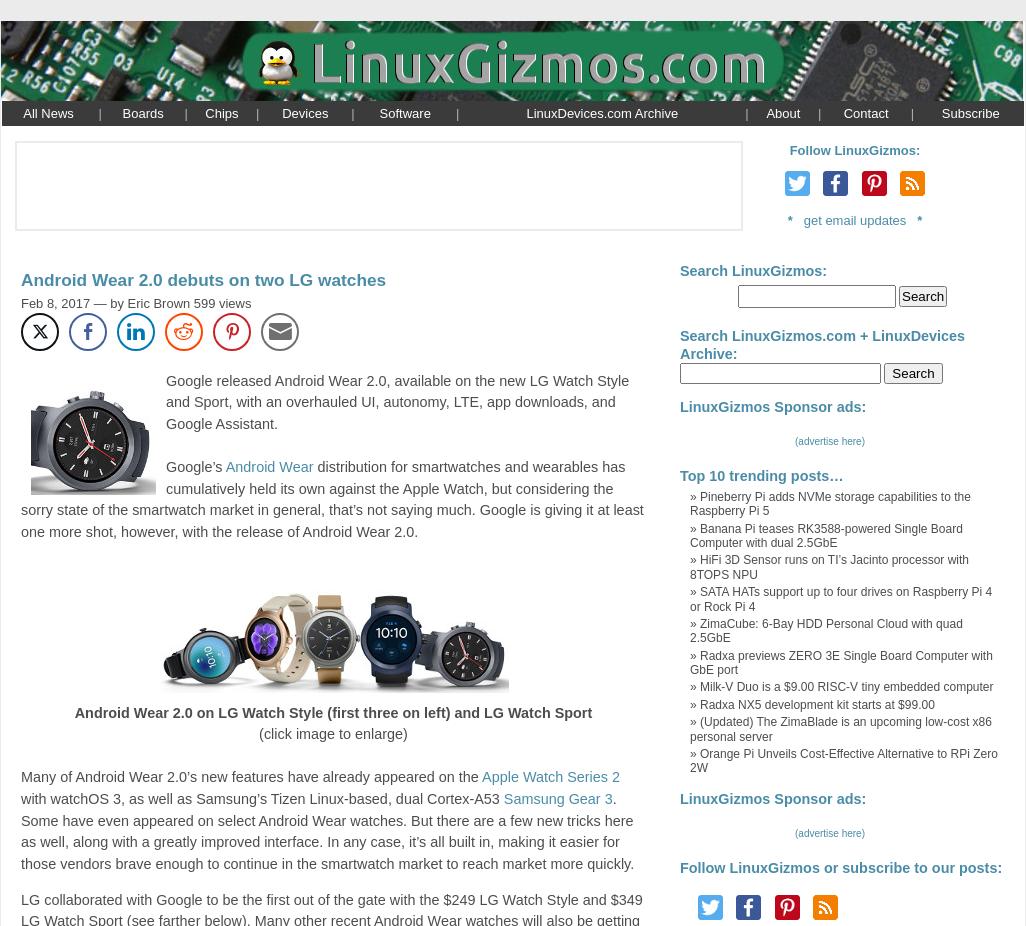  What do you see at coordinates (221, 111) in the screenshot?
I see `'Chips'` at bounding box center [221, 111].